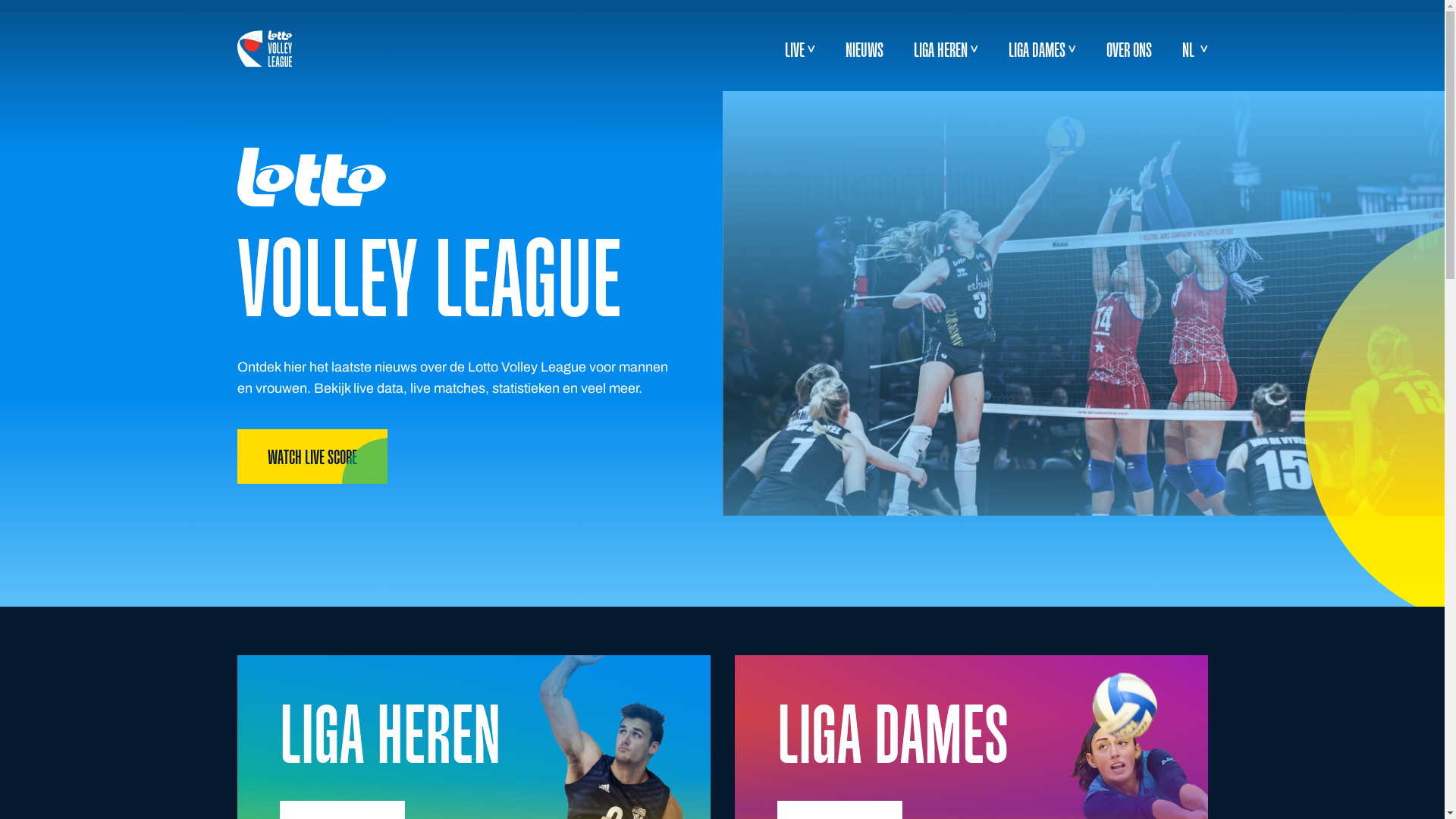 The height and width of the screenshot is (819, 1456). Describe the element at coordinates (1036, 48) in the screenshot. I see `'LIGA DAMES'` at that location.